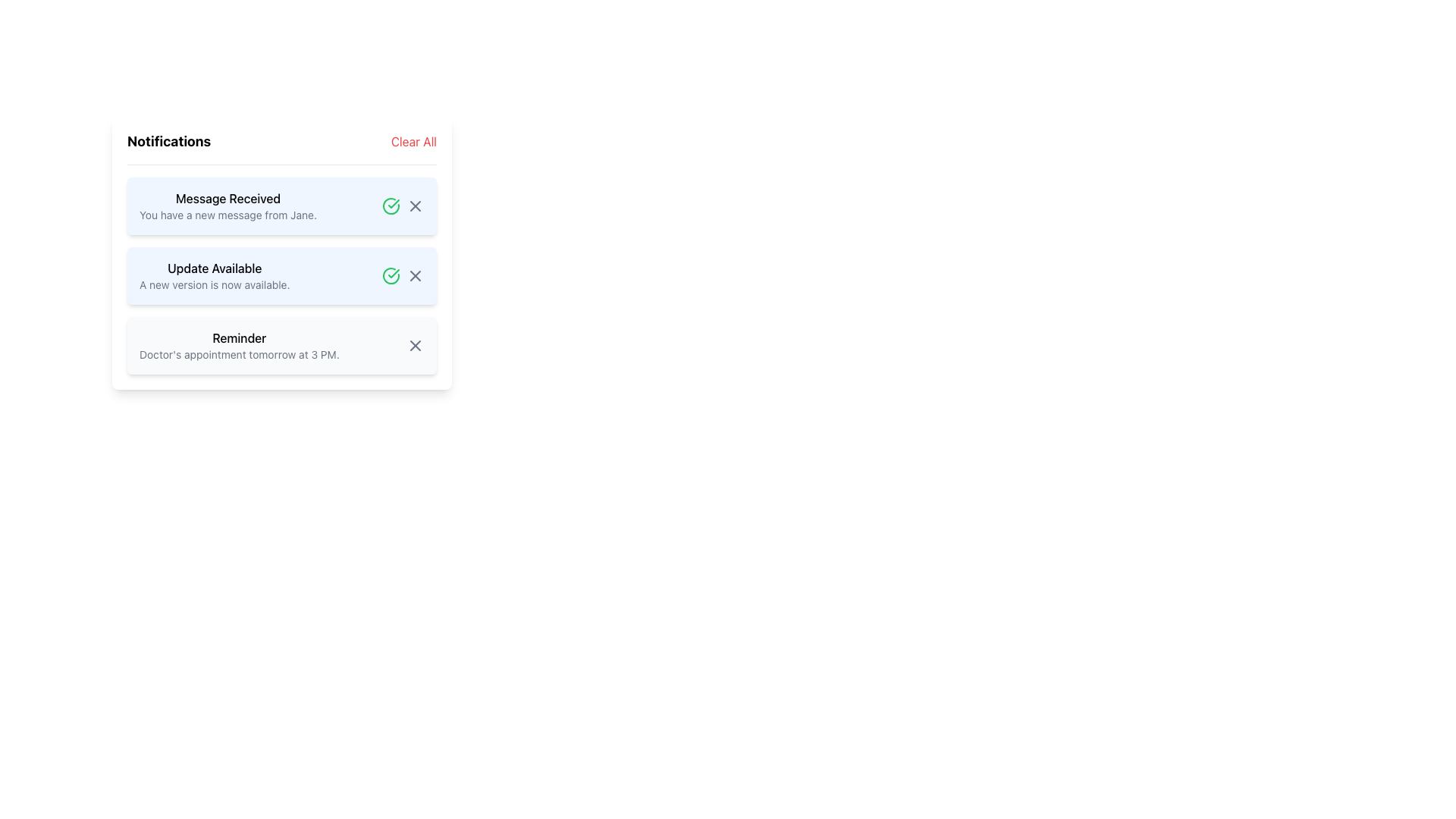  I want to click on text from the 'Reminder' label, which is the top text in a notification card indicating a doctor's appointment, so click(238, 337).